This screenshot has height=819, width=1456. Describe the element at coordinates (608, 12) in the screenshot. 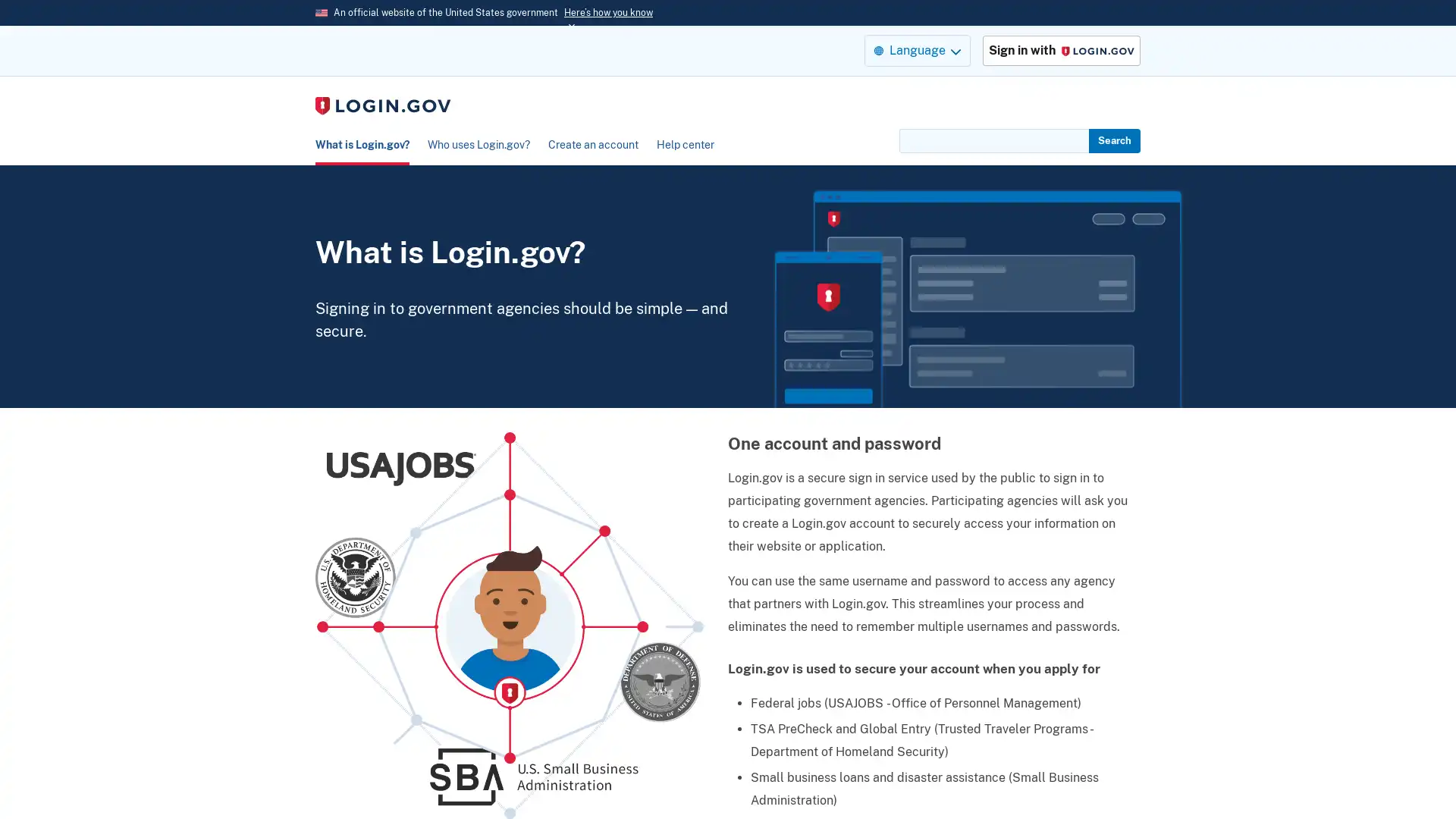

I see `Heres how you know` at that location.